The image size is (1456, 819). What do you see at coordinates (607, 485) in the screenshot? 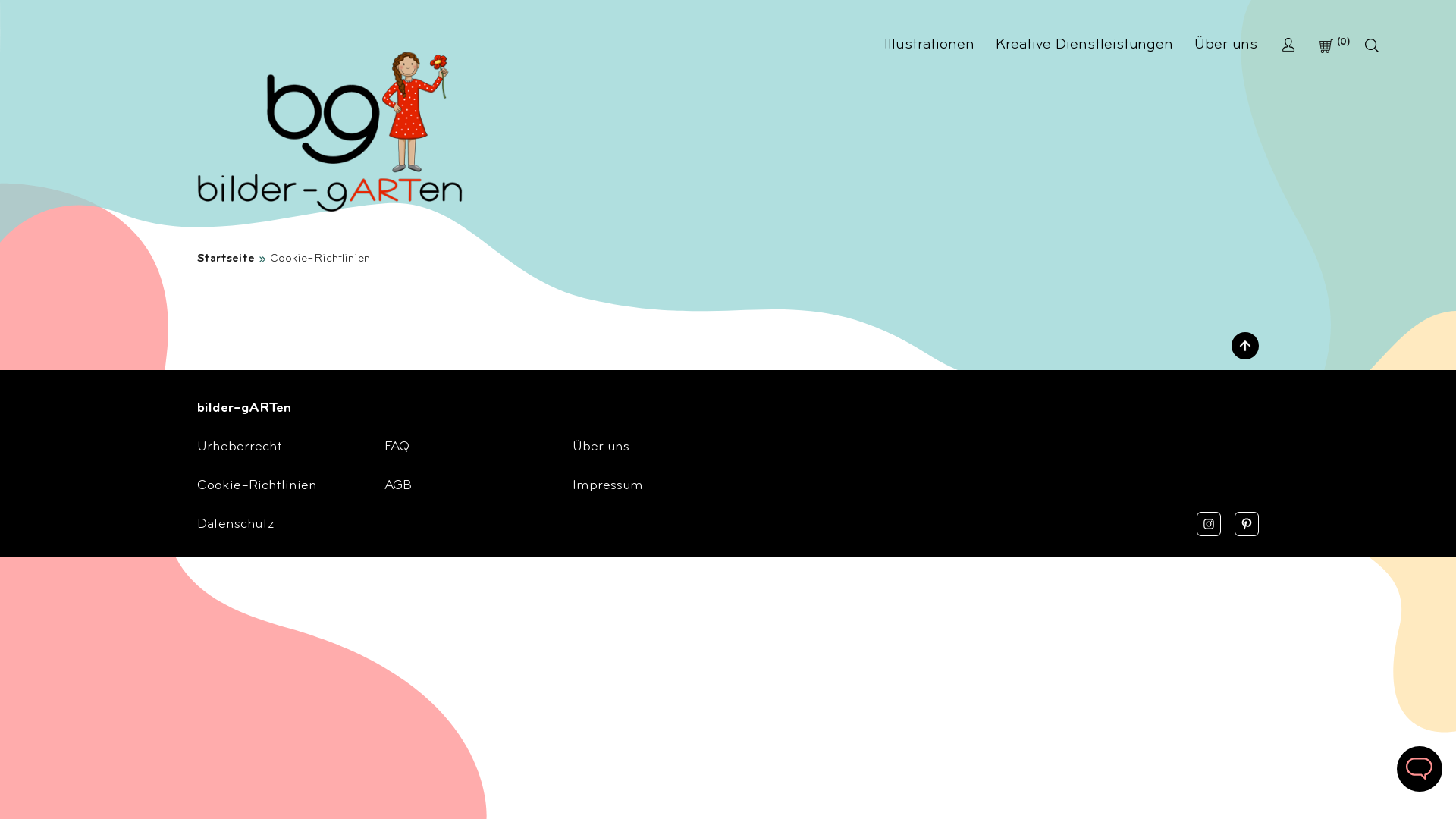
I see `'Impressum'` at bounding box center [607, 485].